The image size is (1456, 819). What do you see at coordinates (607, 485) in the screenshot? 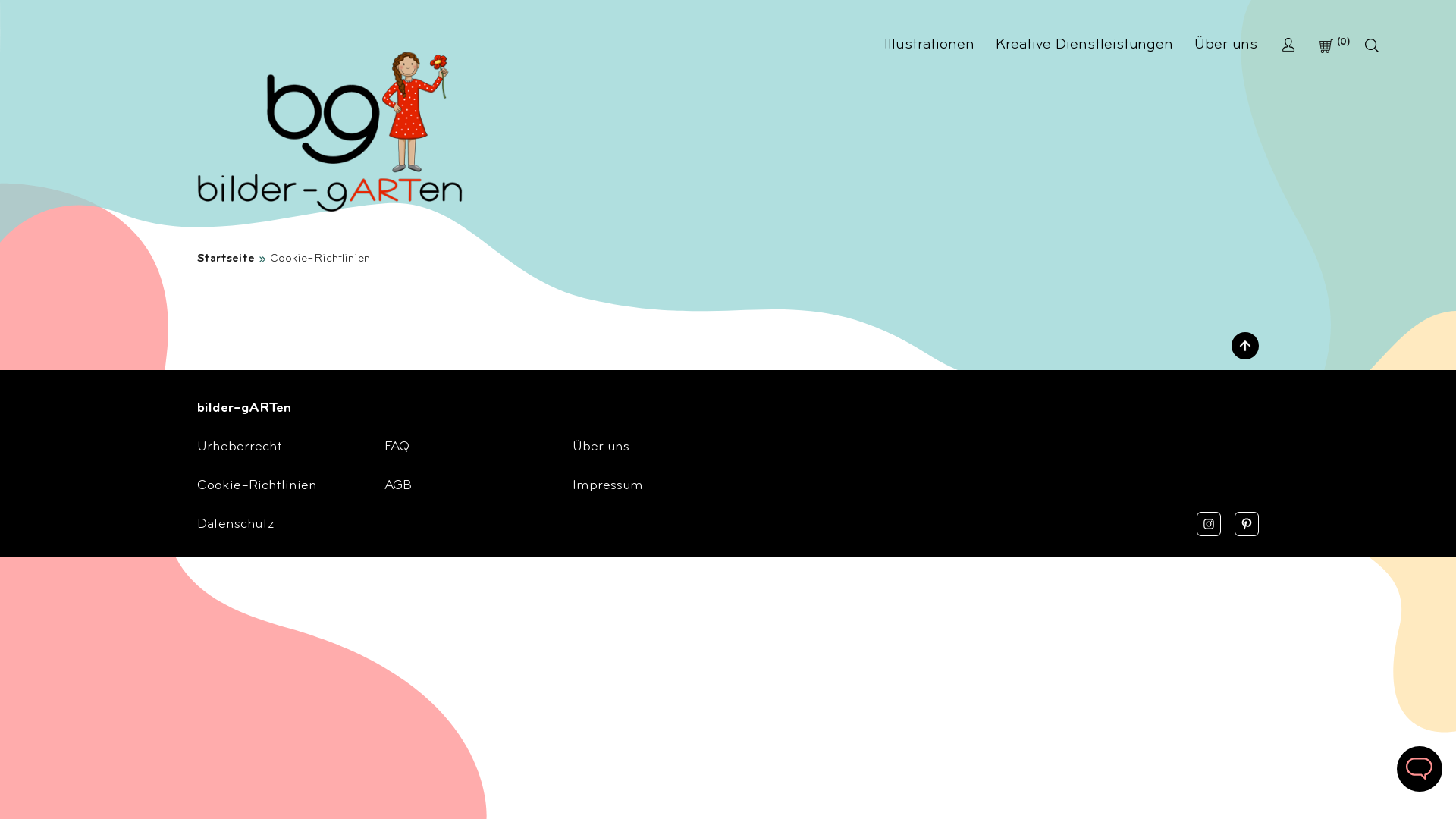
I see `'Impressum'` at bounding box center [607, 485].